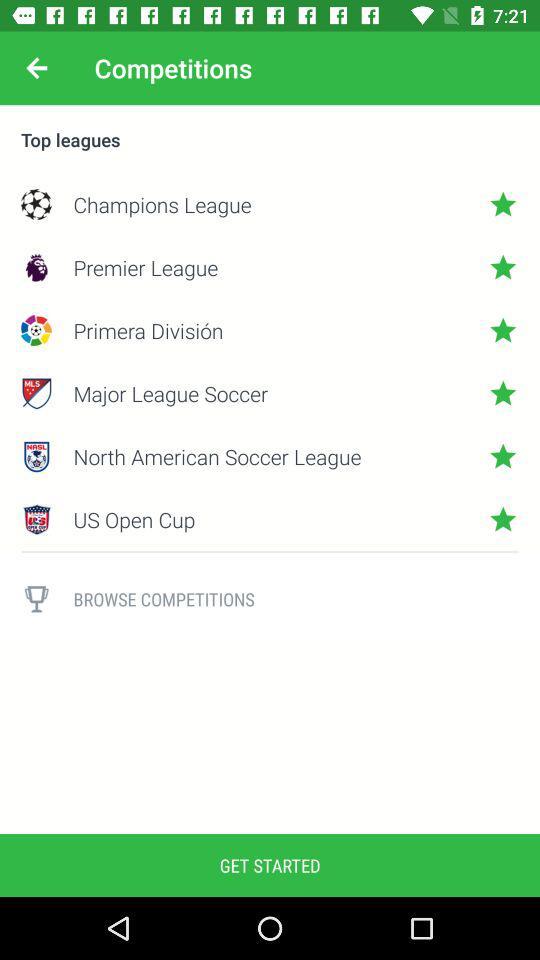  What do you see at coordinates (295, 599) in the screenshot?
I see `browse competitions icon` at bounding box center [295, 599].